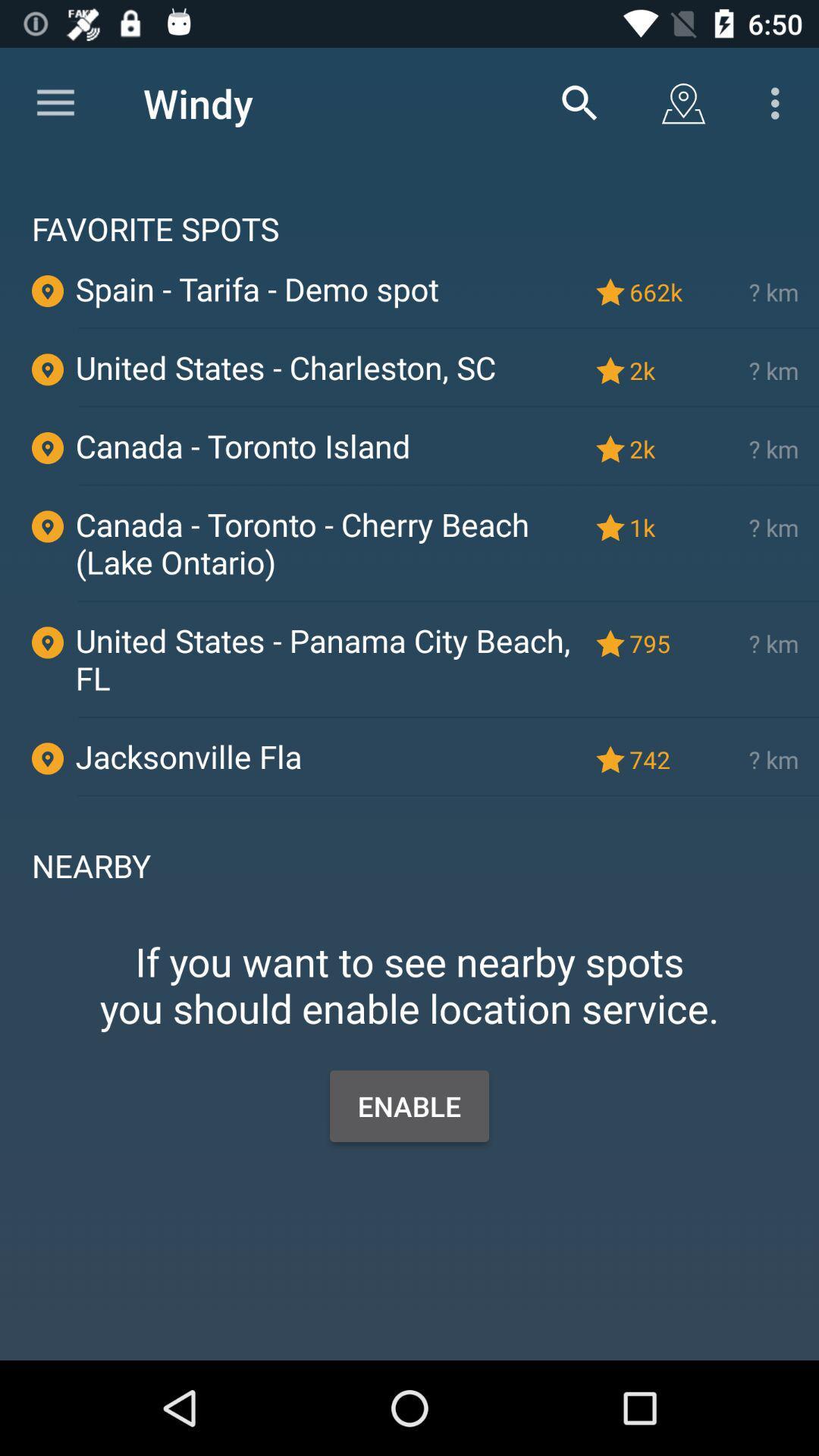 The width and height of the screenshot is (819, 1456). What do you see at coordinates (409, 203) in the screenshot?
I see `favorite spots` at bounding box center [409, 203].